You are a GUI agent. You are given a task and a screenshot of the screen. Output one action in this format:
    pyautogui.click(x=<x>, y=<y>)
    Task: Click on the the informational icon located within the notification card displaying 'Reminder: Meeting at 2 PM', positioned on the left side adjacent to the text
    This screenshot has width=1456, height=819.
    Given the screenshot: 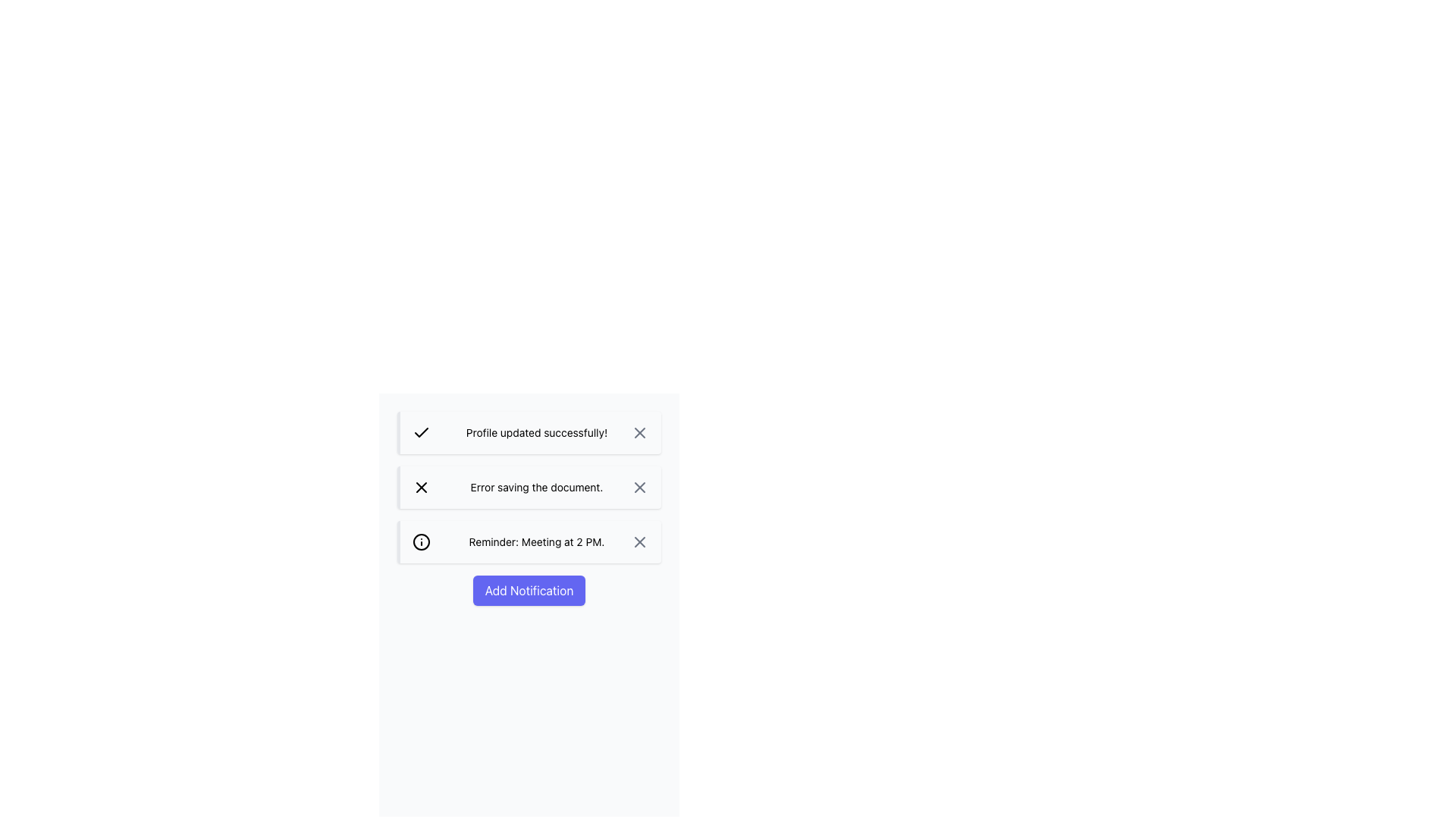 What is the action you would take?
    pyautogui.click(x=422, y=541)
    